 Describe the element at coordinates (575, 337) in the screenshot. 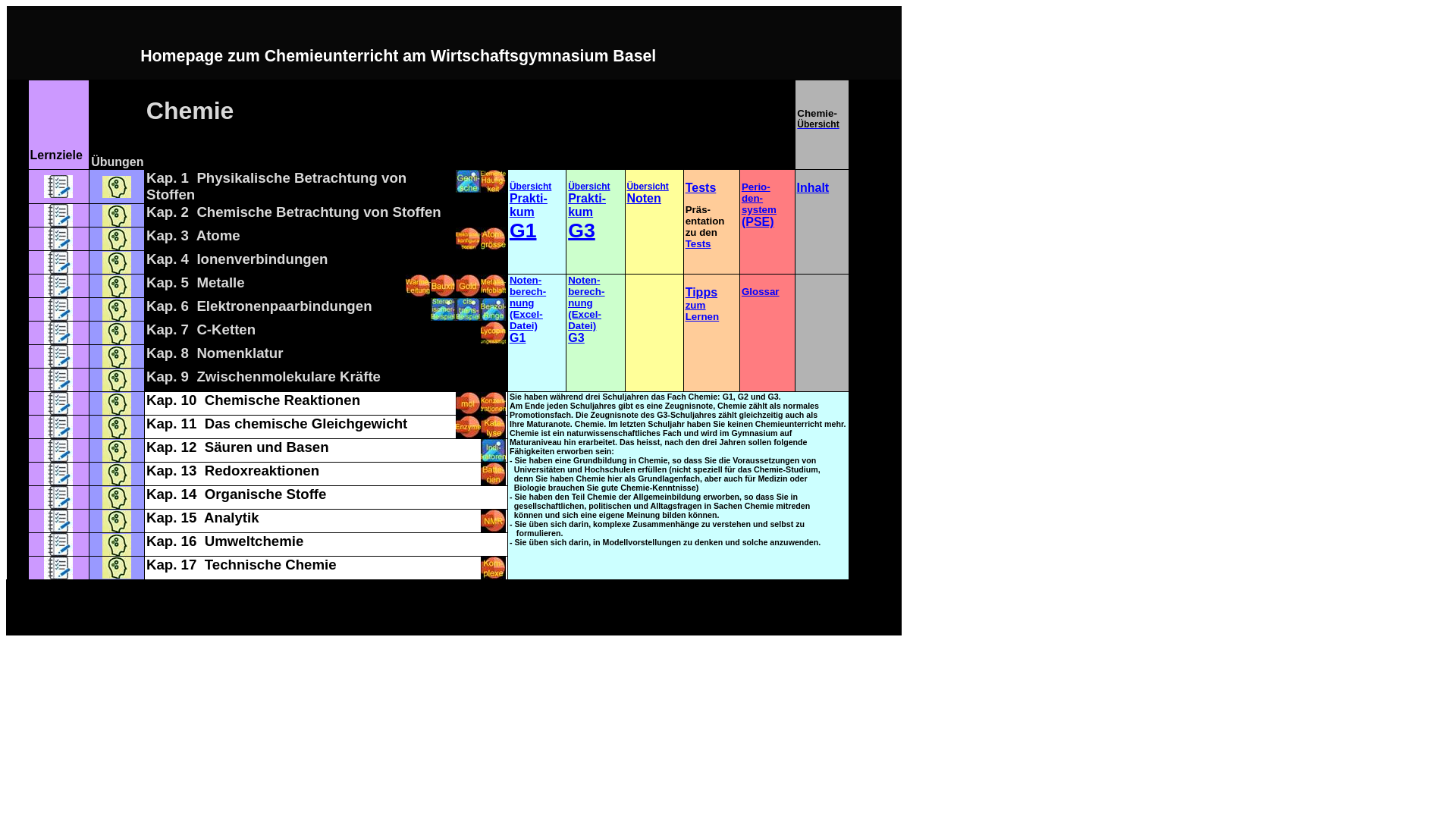

I see `'G3'` at that location.